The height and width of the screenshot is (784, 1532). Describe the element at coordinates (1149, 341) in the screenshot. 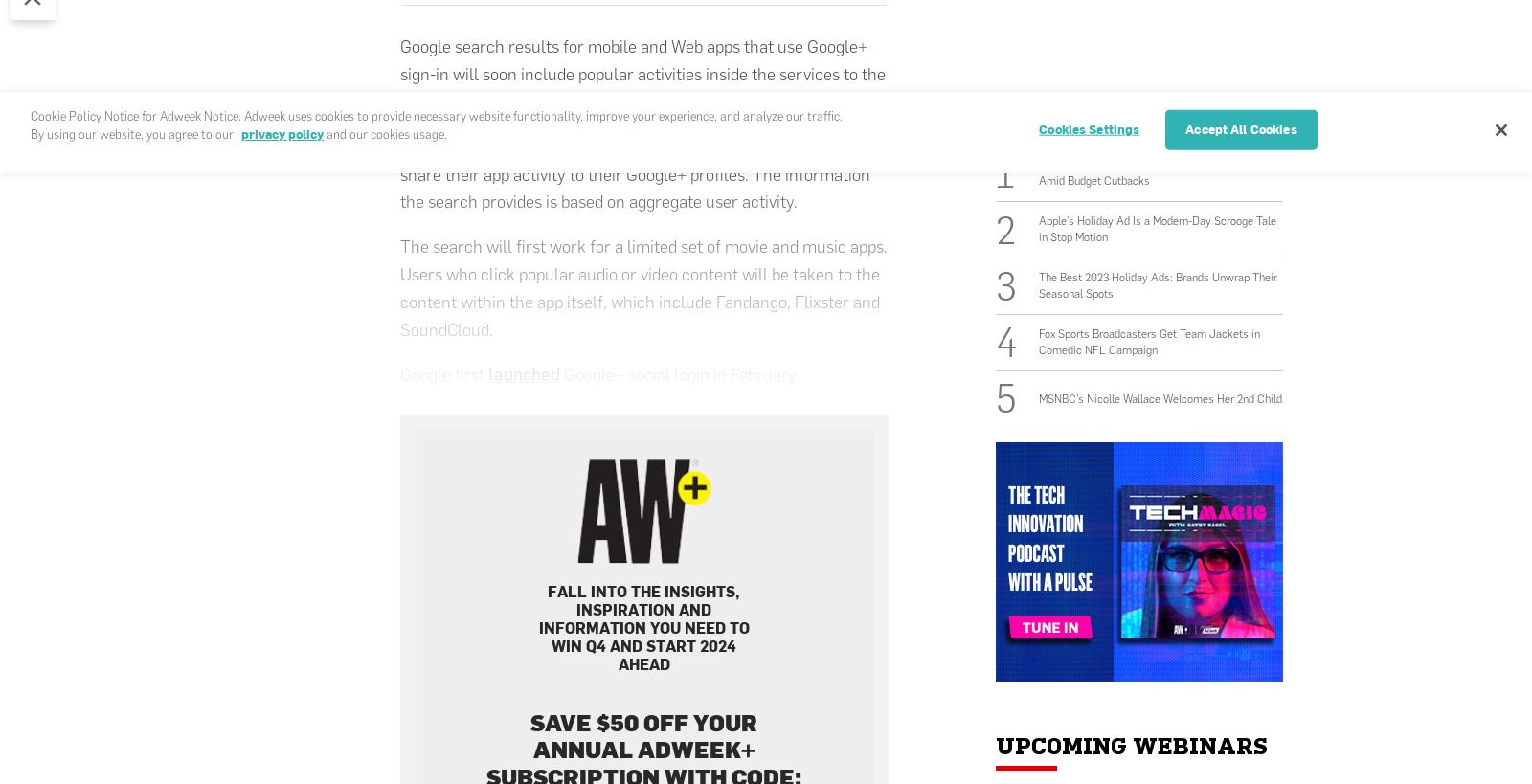

I see `'Fox Sports Broadcasters Get Team Jackets in Comedic NFL Campaign'` at that location.